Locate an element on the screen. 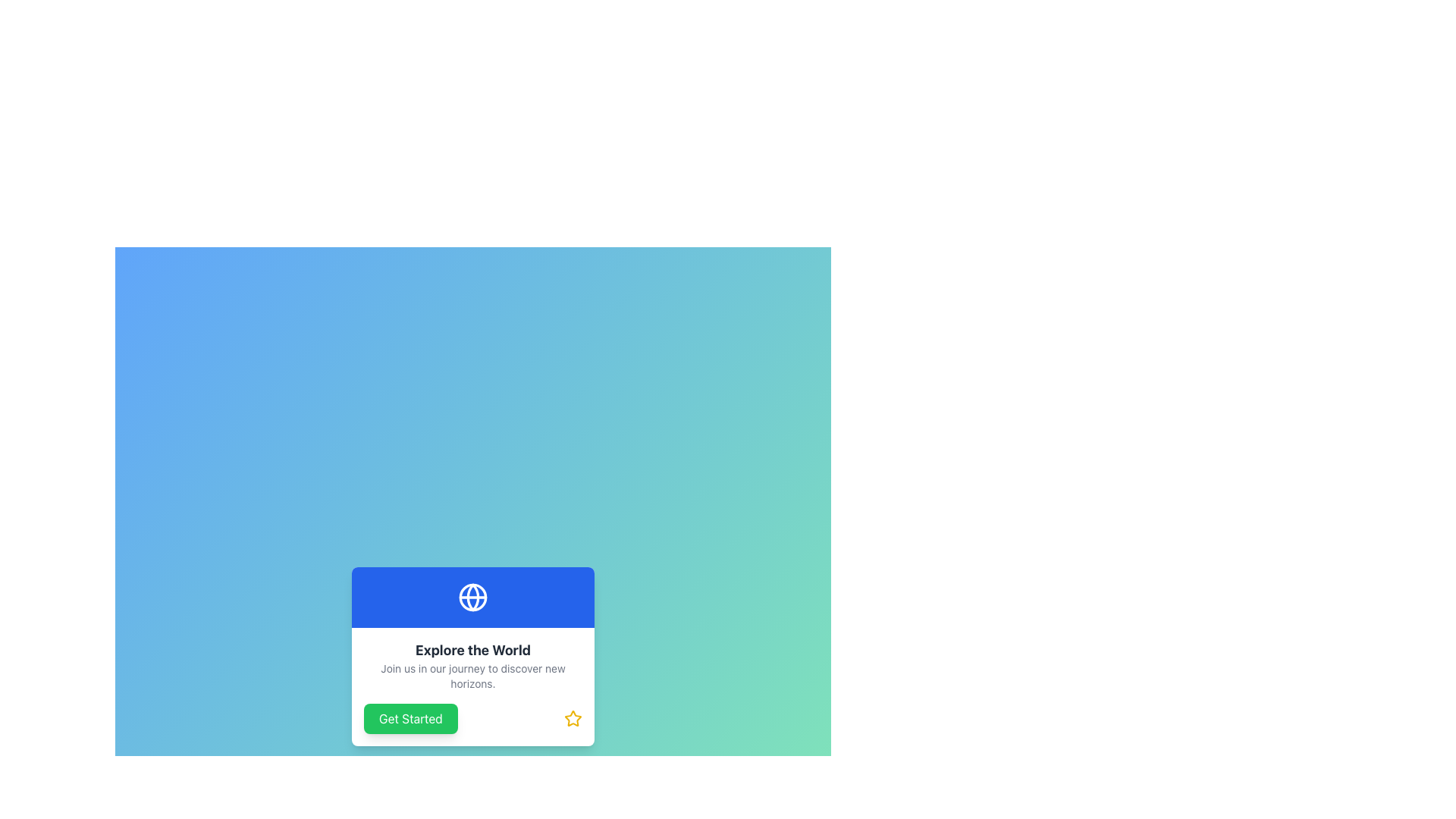 Image resolution: width=1456 pixels, height=819 pixels. the yellow hollow star icon located at the bottom right corner of the card interface that contains the title 'Explore the World' and a green button labeled 'Get Started' is located at coordinates (572, 717).